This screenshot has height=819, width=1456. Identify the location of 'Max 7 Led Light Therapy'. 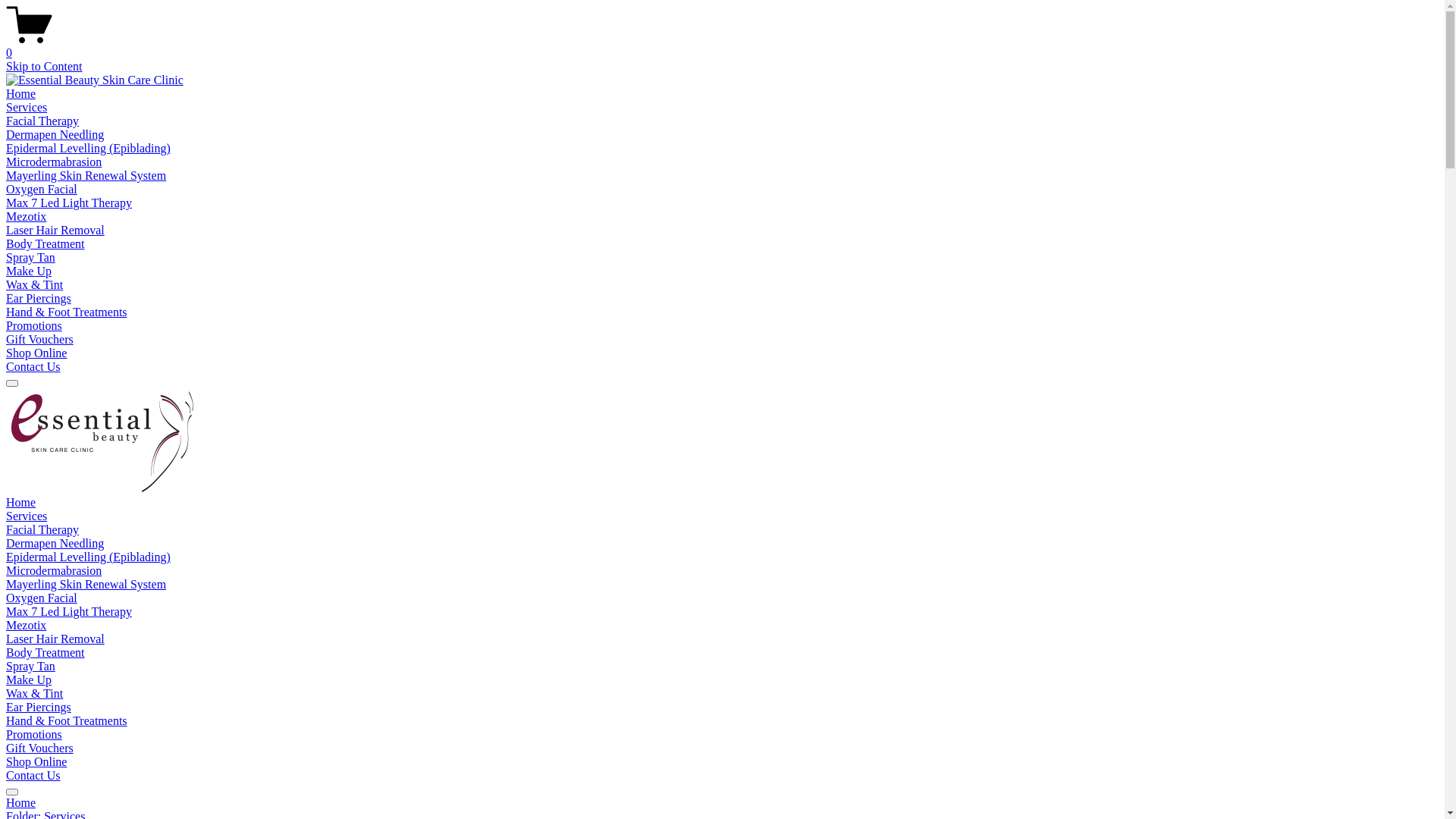
(68, 610).